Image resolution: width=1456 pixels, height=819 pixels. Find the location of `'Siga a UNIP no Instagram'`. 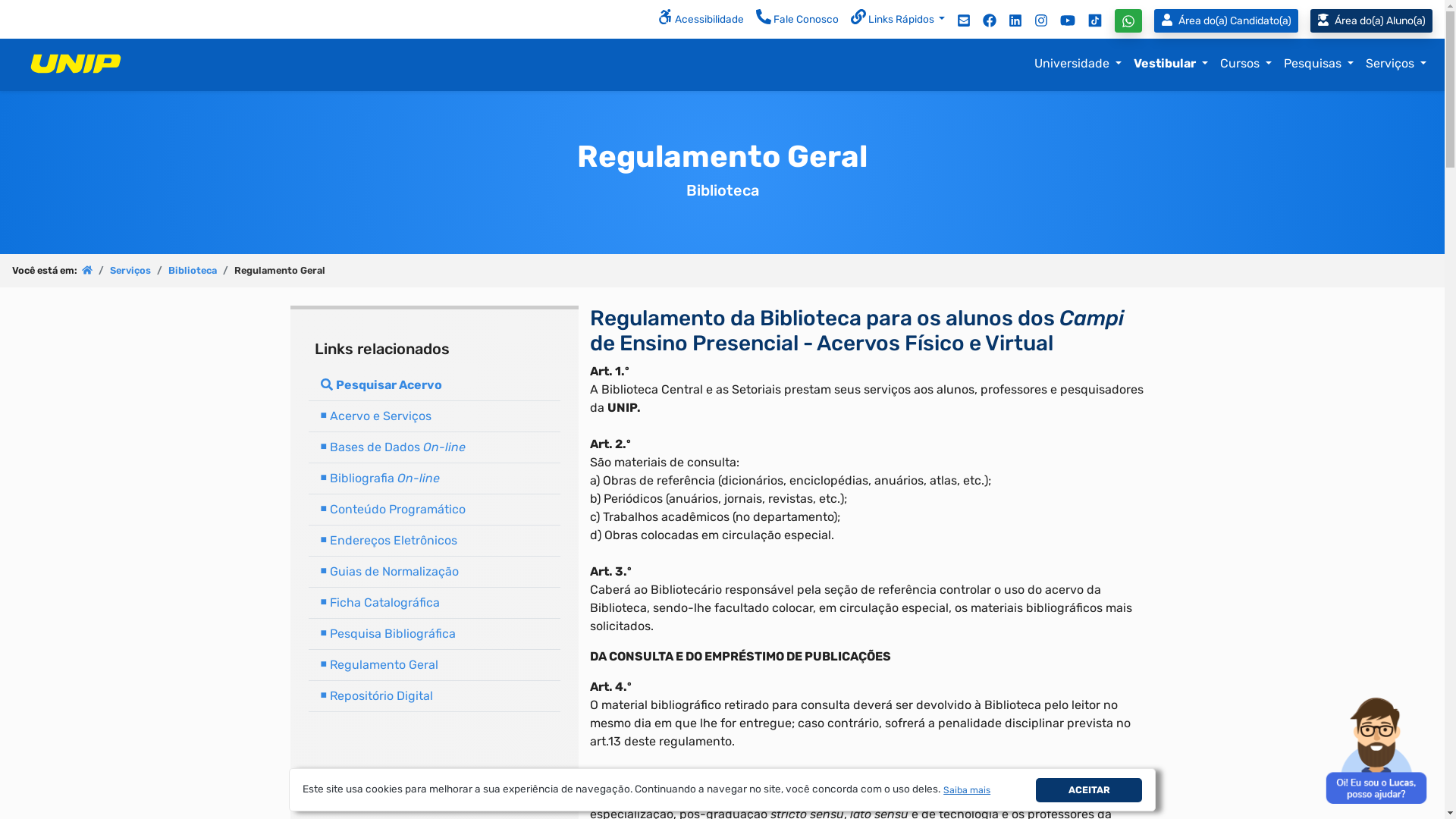

'Siga a UNIP no Instagram' is located at coordinates (1040, 20).